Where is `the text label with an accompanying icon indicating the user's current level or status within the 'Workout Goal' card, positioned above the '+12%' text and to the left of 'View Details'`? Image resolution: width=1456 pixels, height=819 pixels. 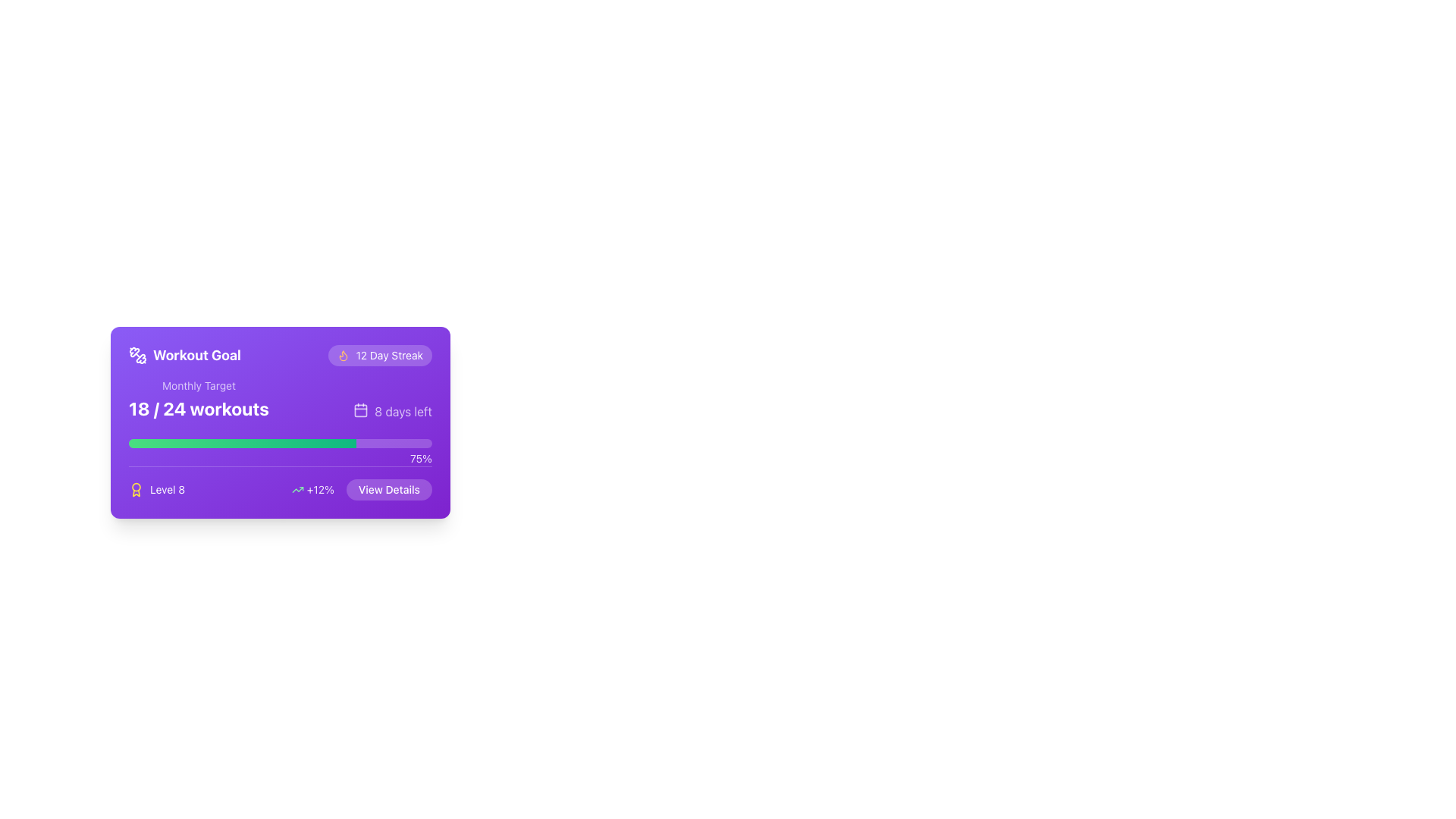 the text label with an accompanying icon indicating the user's current level or status within the 'Workout Goal' card, positioned above the '+12%' text and to the left of 'View Details' is located at coordinates (157, 489).